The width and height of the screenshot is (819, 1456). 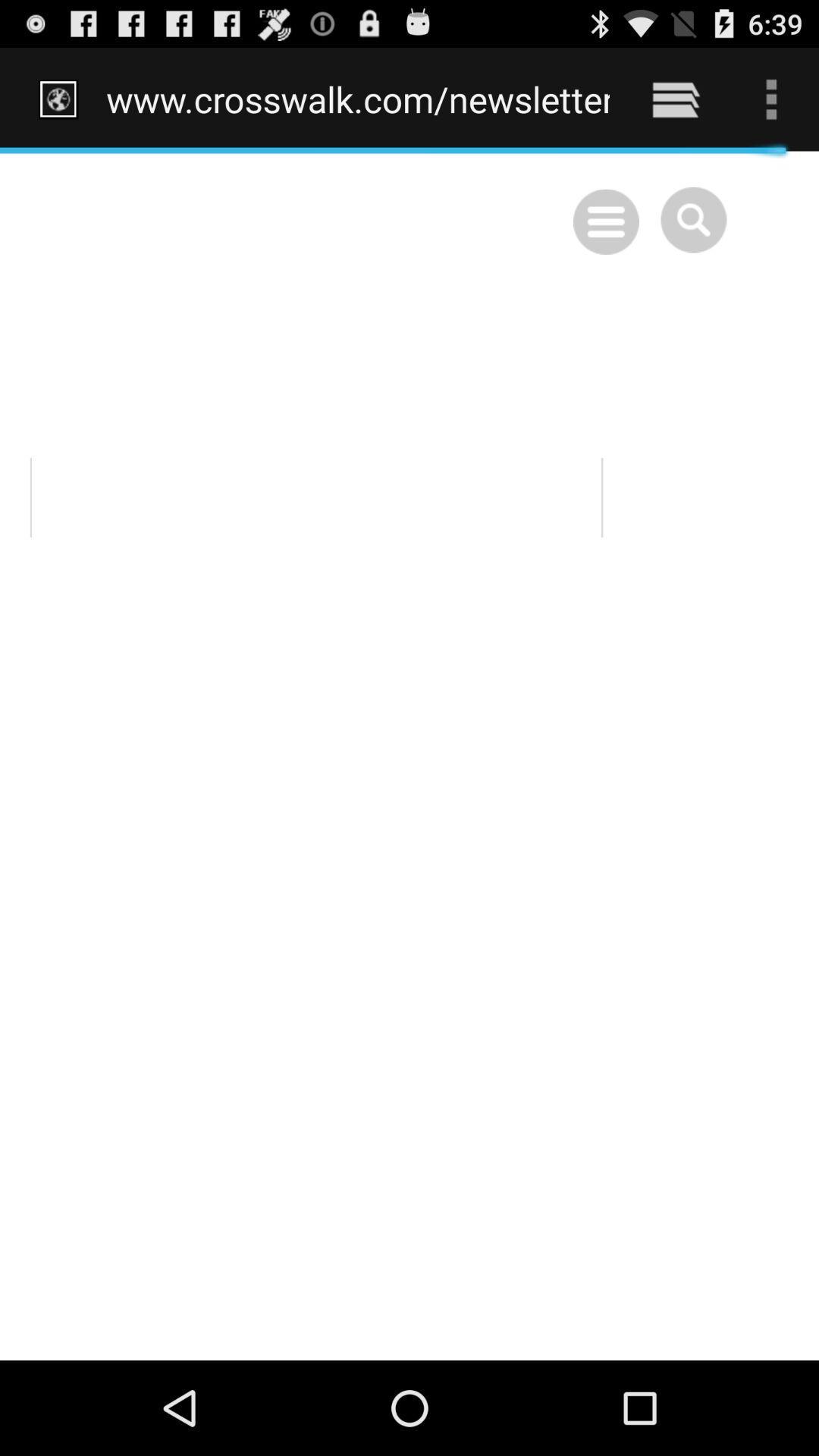 I want to click on www crosswalk com, so click(x=358, y=99).